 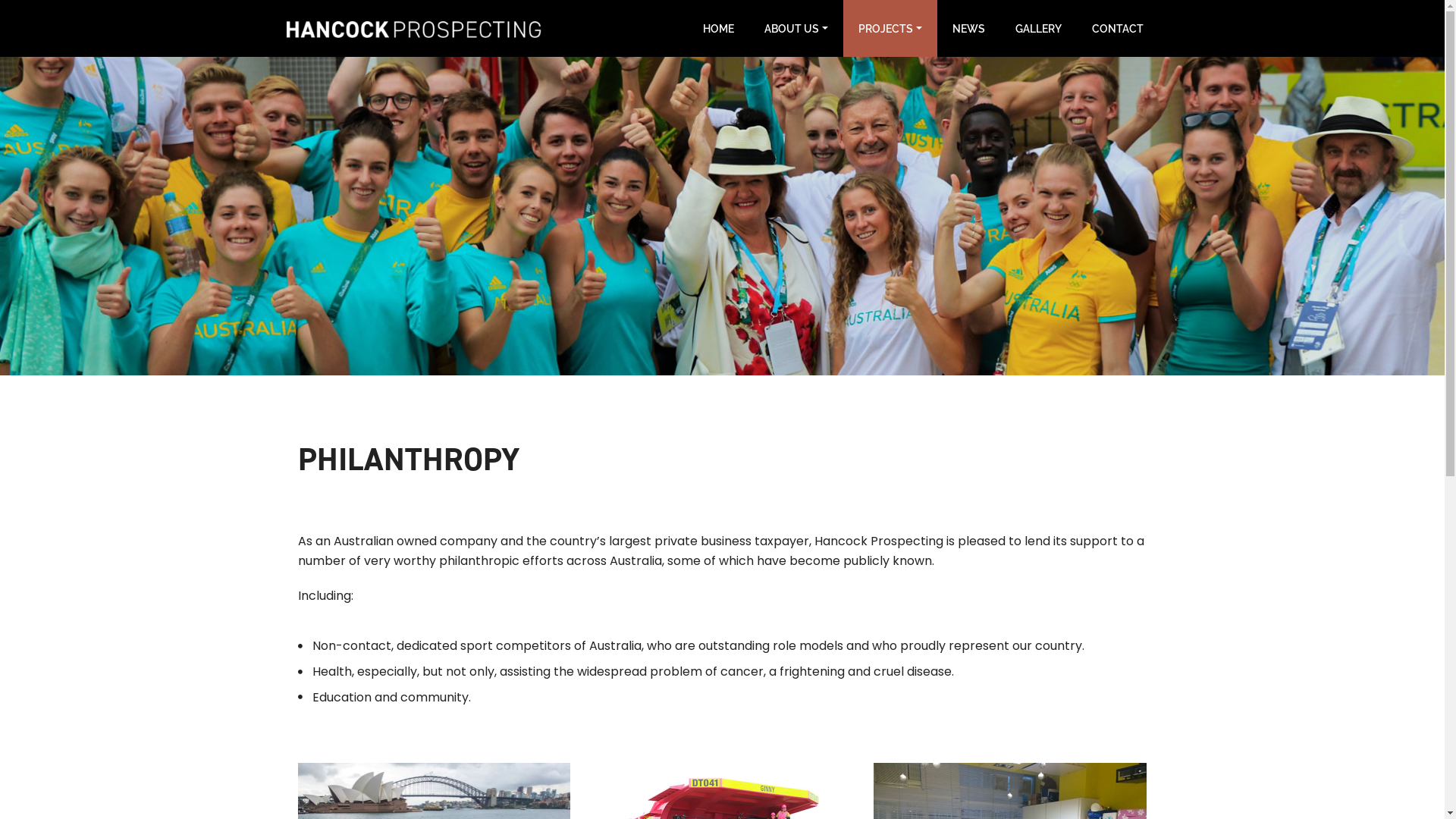 I want to click on 'NEWS', so click(x=968, y=28).